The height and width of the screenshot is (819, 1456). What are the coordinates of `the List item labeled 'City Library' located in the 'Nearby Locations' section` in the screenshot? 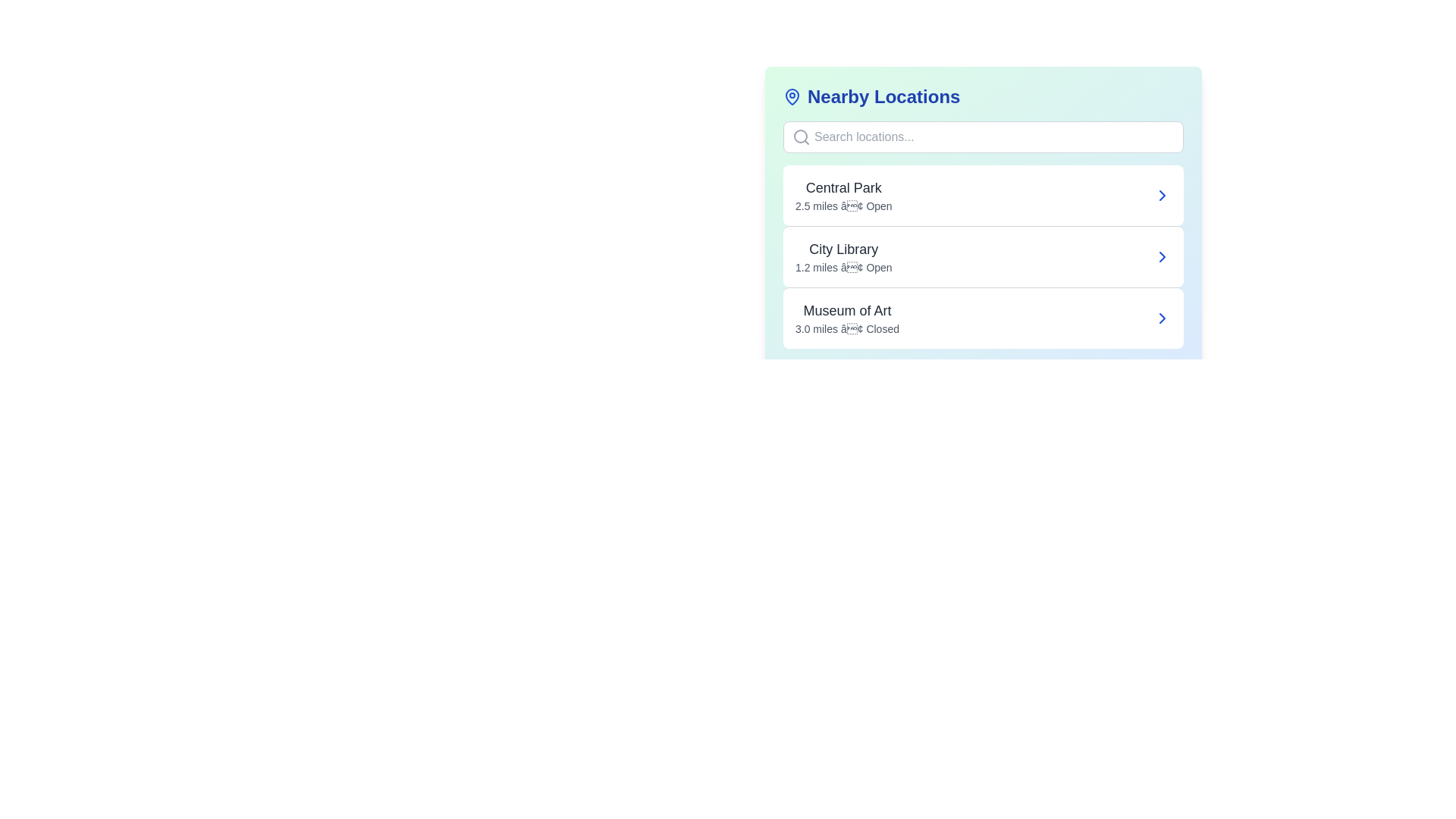 It's located at (983, 256).